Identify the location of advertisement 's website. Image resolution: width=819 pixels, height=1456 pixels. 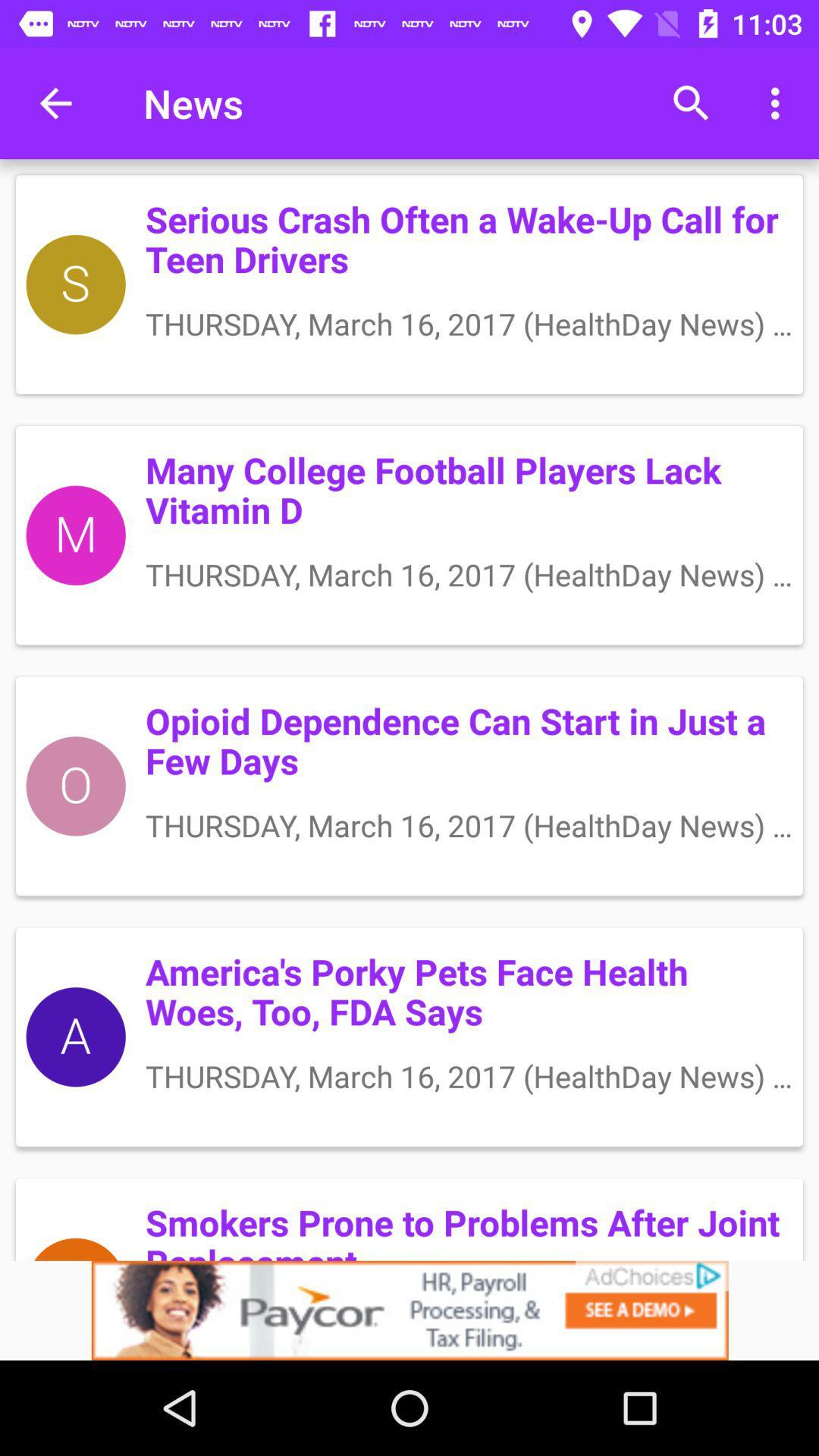
(409, 1310).